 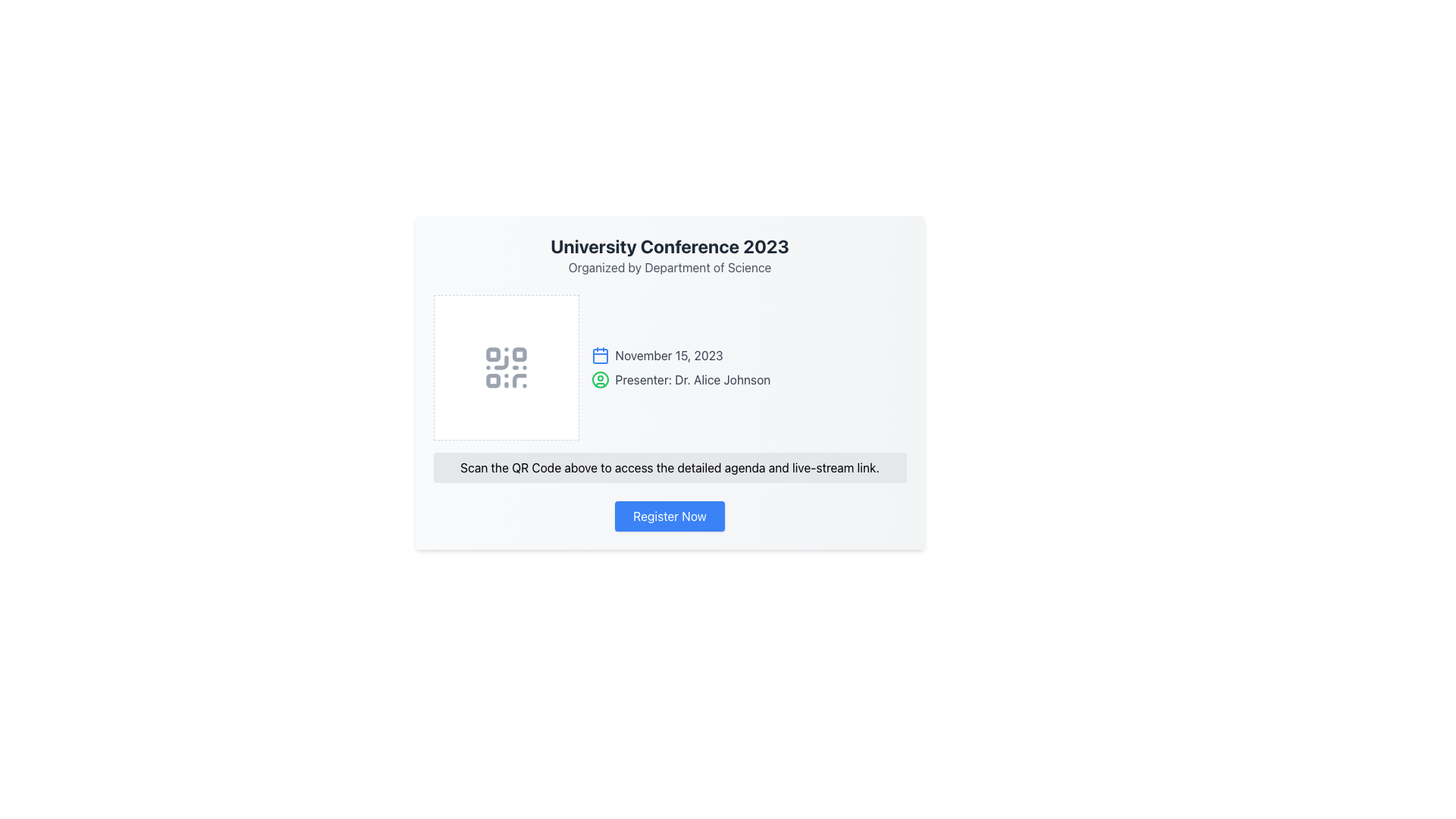 What do you see at coordinates (669, 516) in the screenshot?
I see `the medium-sized rounded rectangular button with a blue background and white text reading 'Register Now' to trigger a visual change` at bounding box center [669, 516].